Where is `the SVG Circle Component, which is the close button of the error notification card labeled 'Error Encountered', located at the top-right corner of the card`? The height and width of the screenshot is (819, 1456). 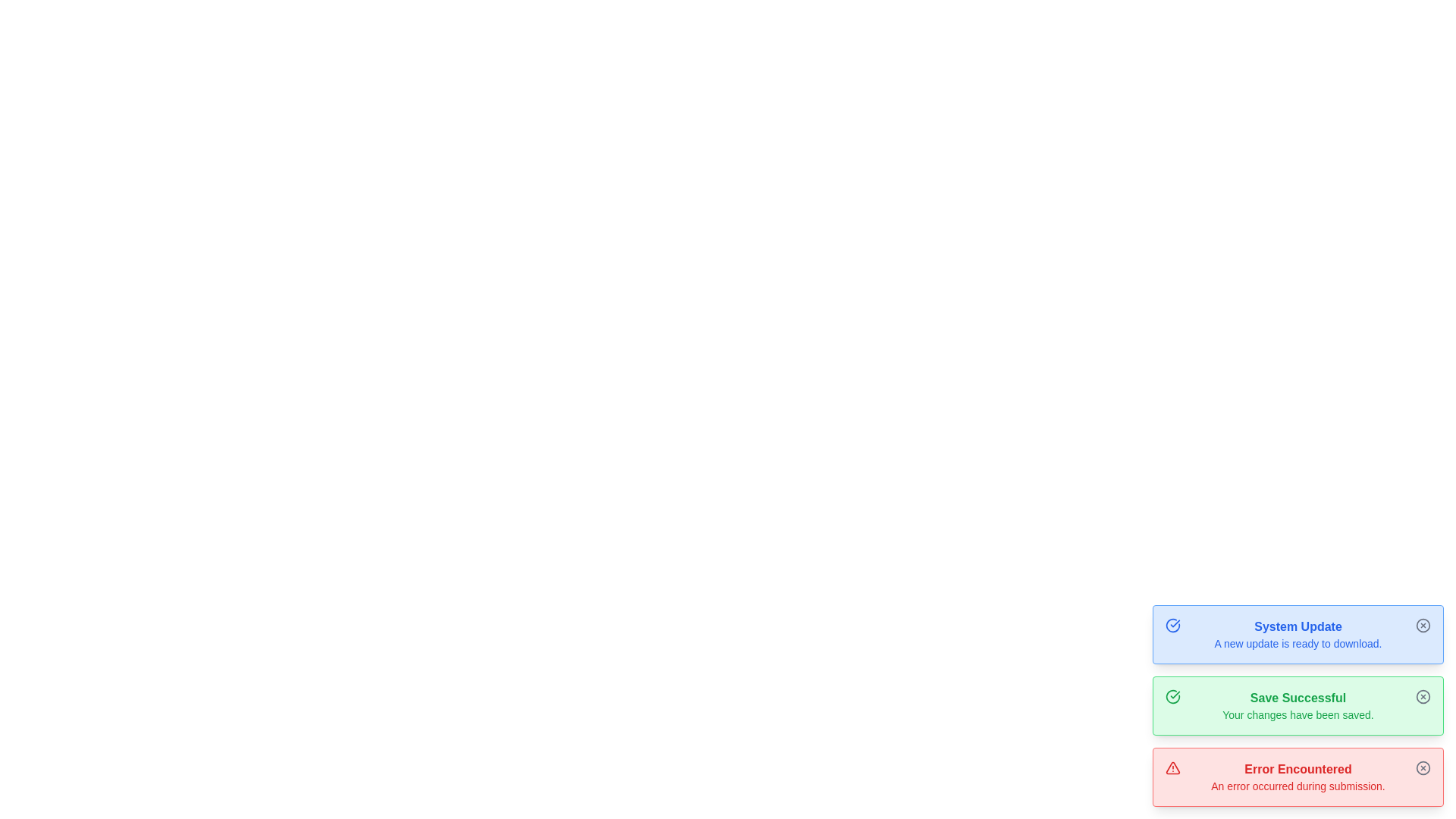 the SVG Circle Component, which is the close button of the error notification card labeled 'Error Encountered', located at the top-right corner of the card is located at coordinates (1422, 768).